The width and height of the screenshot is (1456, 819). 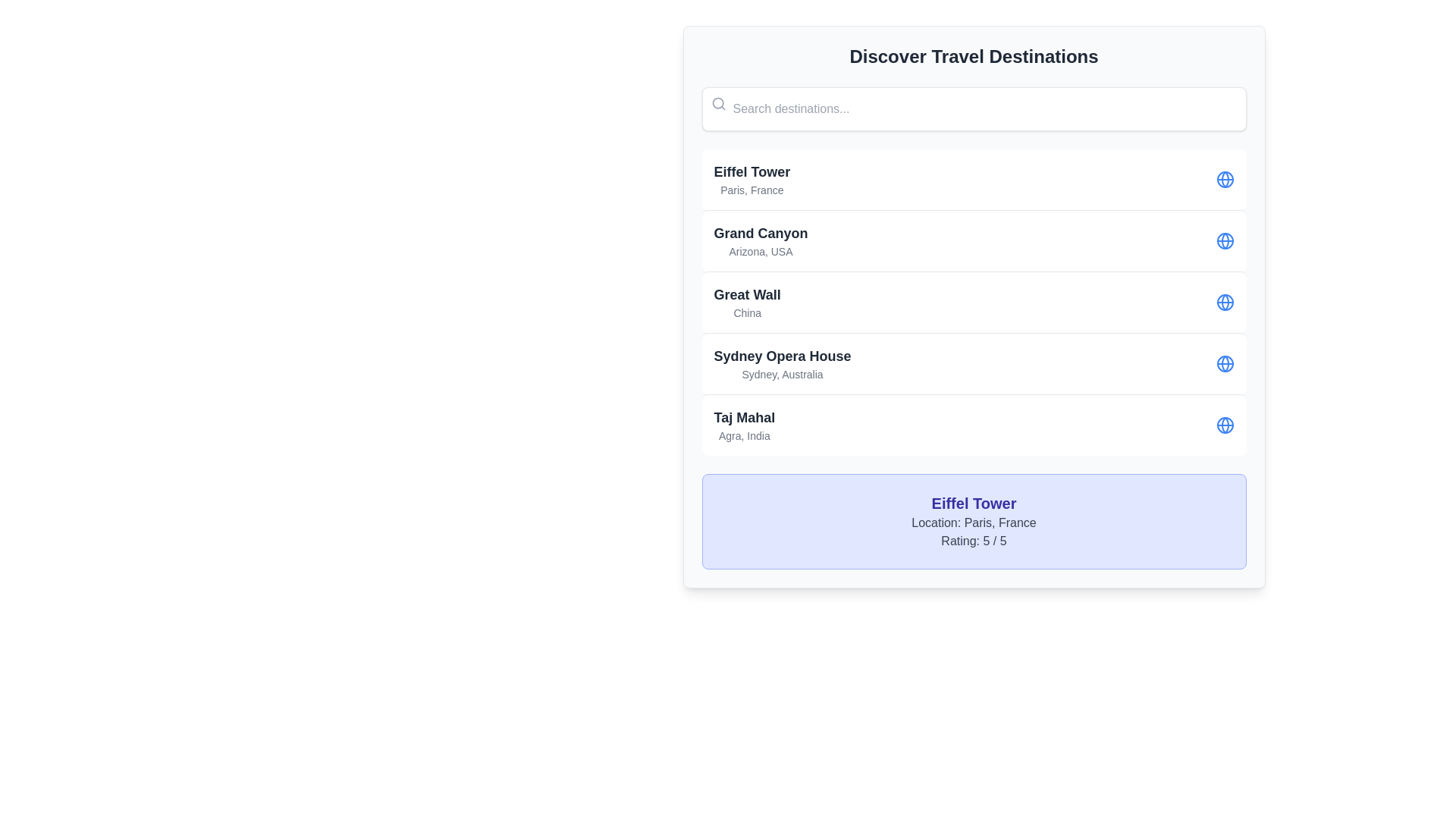 I want to click on the text block containing the title 'Taj Mahal' and the subtitle 'Agra, India', located in the middle of the fifth card in the list of travel destinations, so click(x=744, y=425).